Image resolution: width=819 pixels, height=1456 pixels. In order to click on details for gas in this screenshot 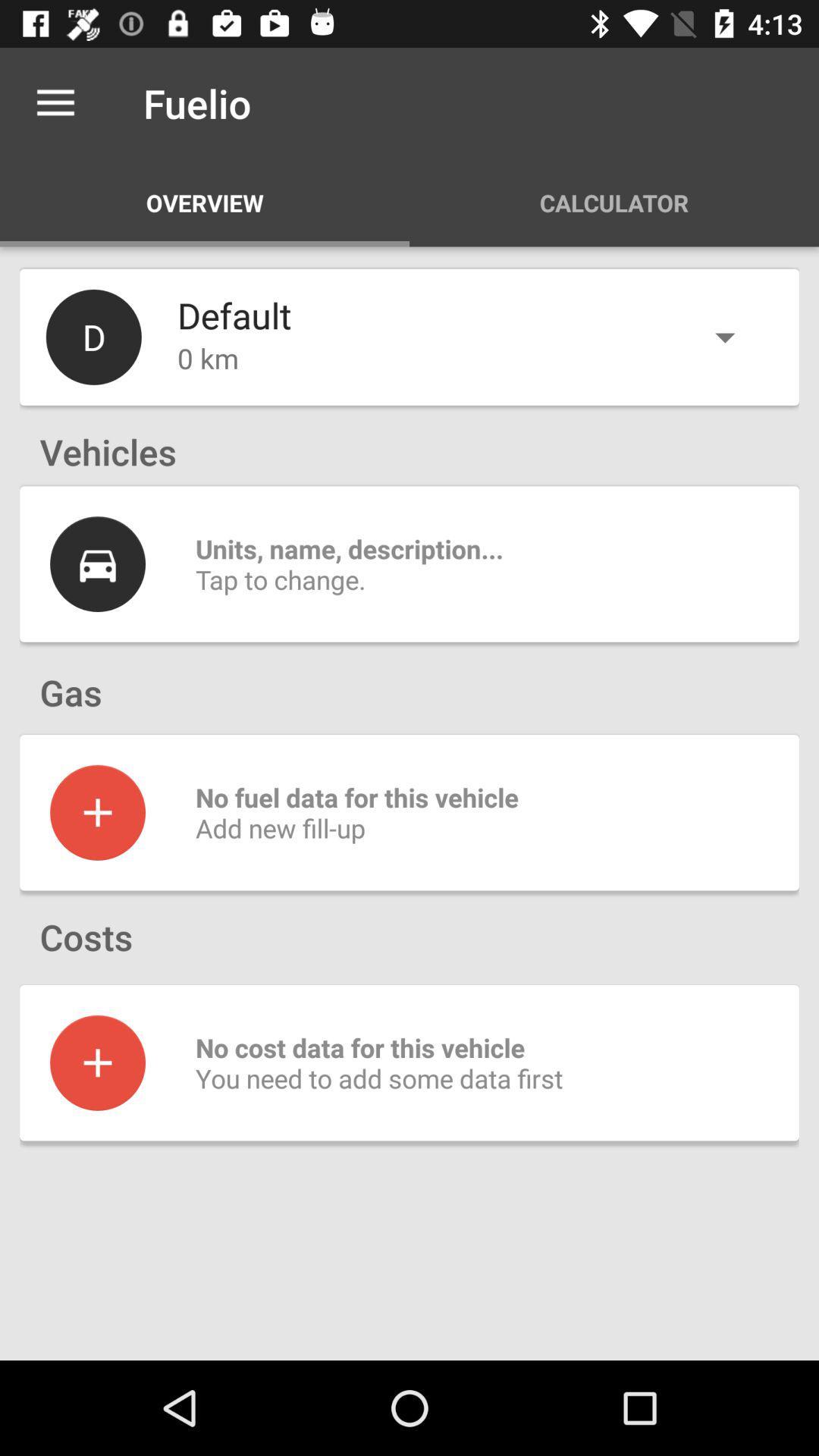, I will do `click(97, 811)`.